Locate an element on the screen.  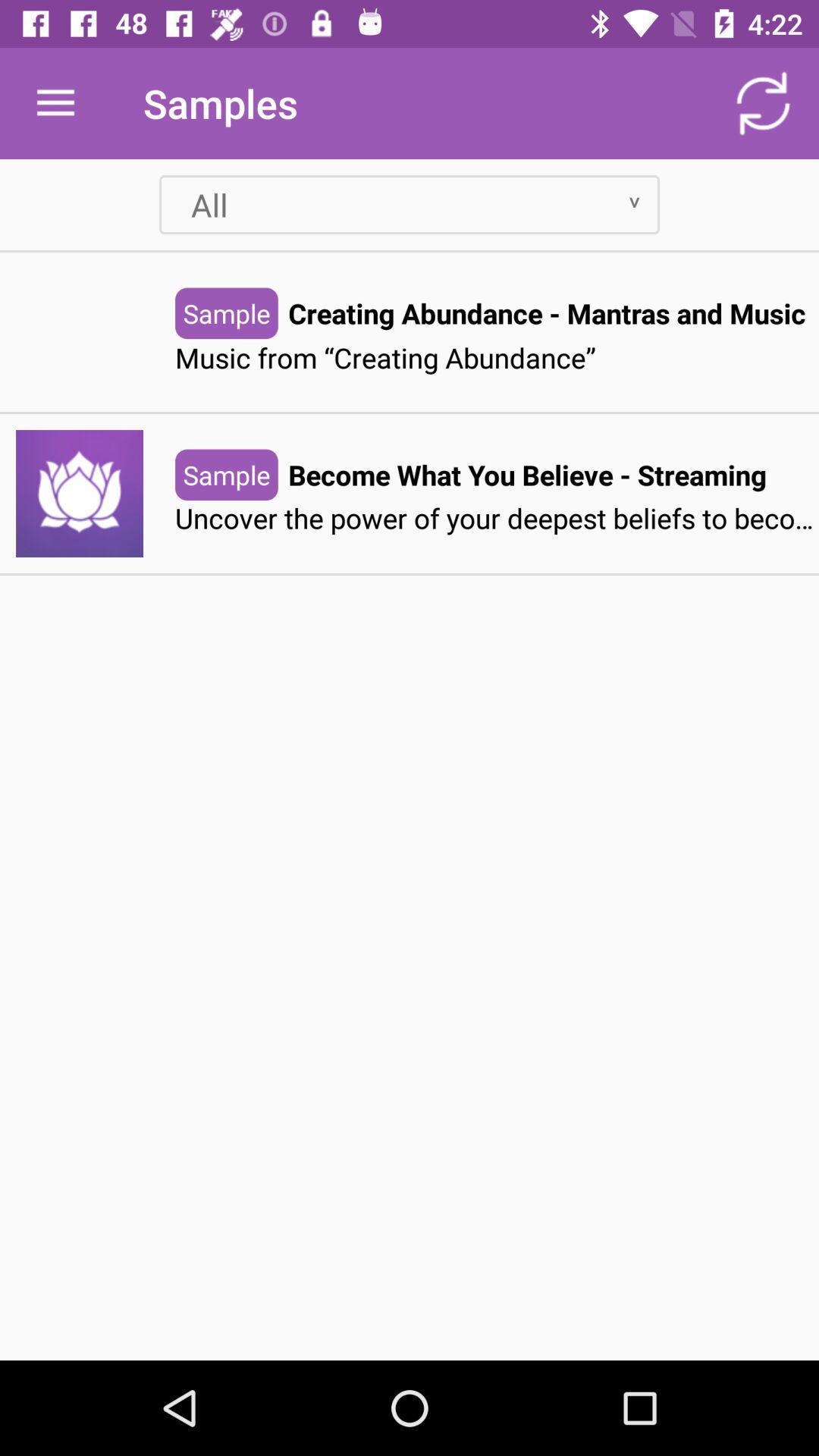
the option all at the top of the screen is located at coordinates (409, 203).